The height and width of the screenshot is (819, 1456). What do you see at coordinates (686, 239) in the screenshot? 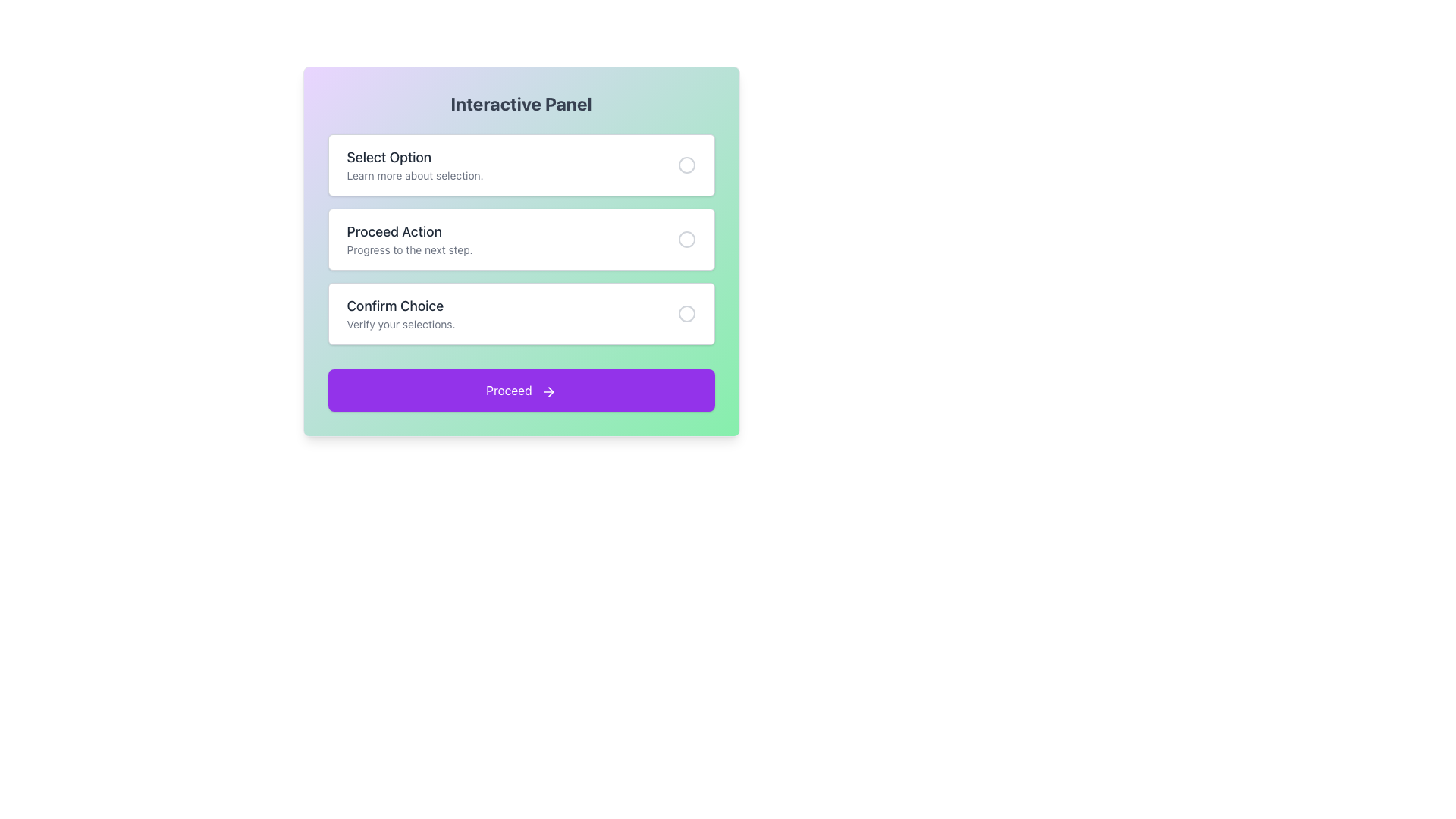
I see `the light gray circular icon located inside the 'Proceed Action' card, which is the second card in a vertical stack` at bounding box center [686, 239].